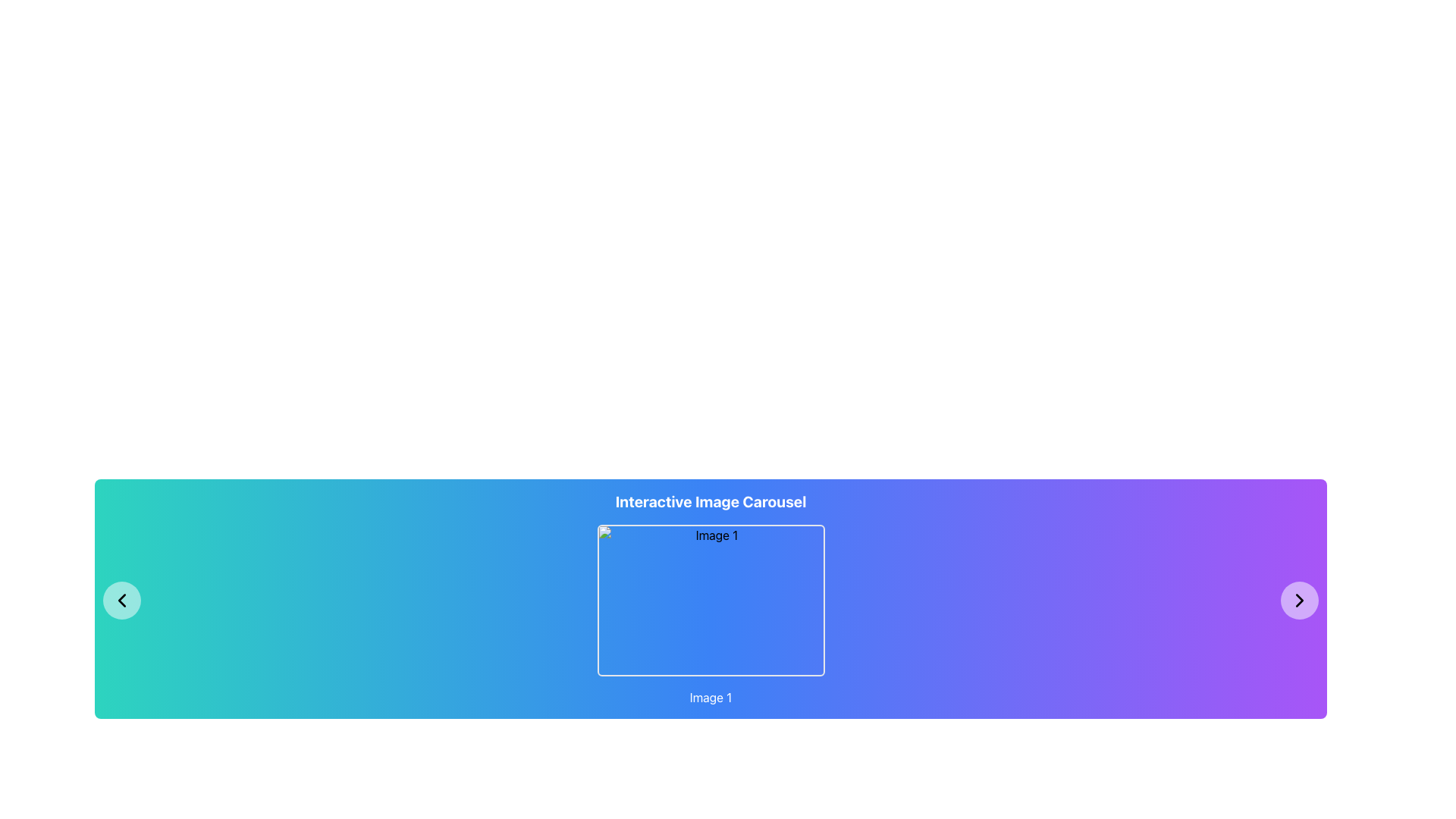 This screenshot has width=1456, height=819. What do you see at coordinates (1298, 599) in the screenshot?
I see `the circular navigation button with a black right-angled chevron icon` at bounding box center [1298, 599].